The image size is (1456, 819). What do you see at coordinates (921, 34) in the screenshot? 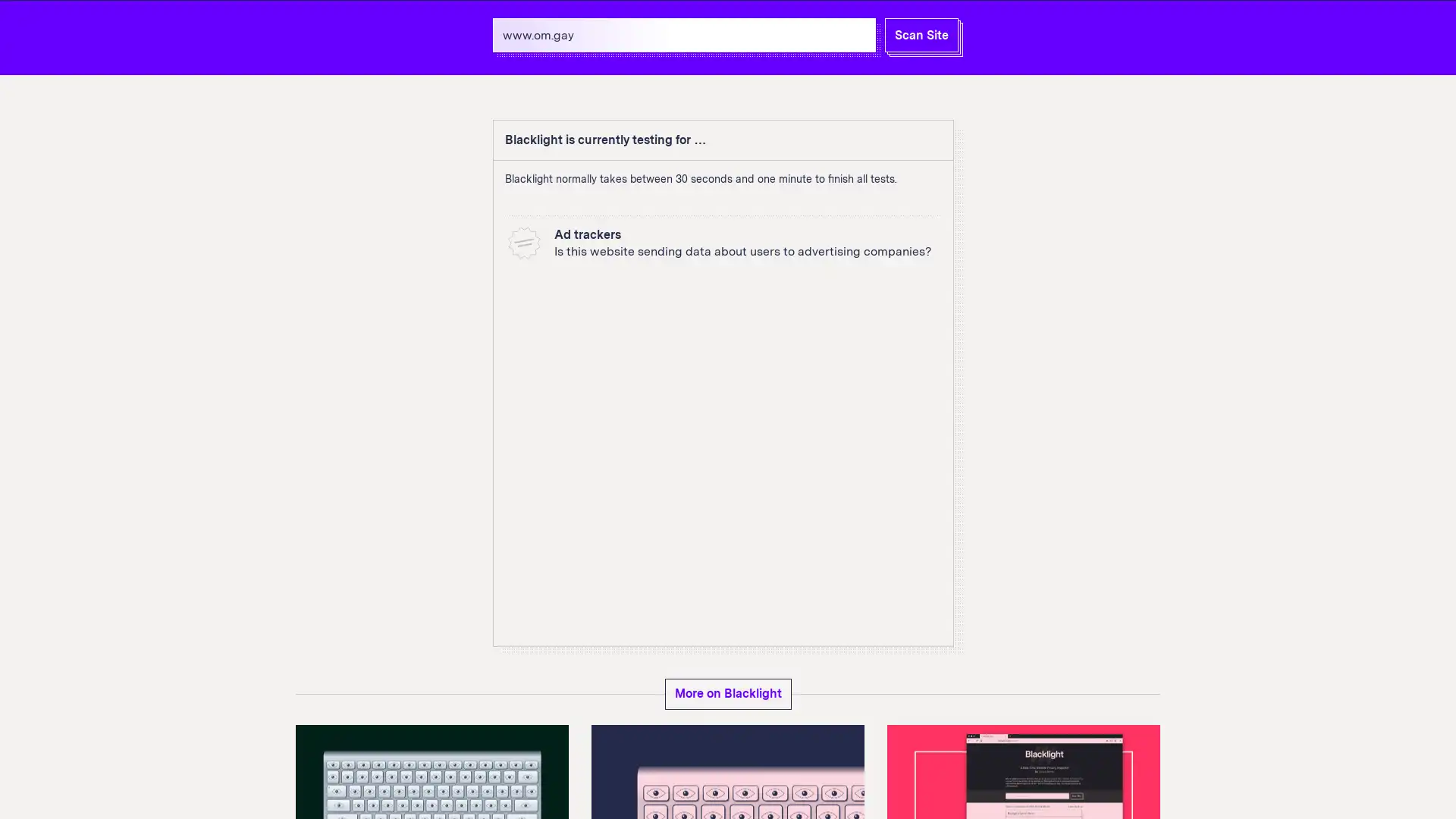
I see `Scan Site` at bounding box center [921, 34].